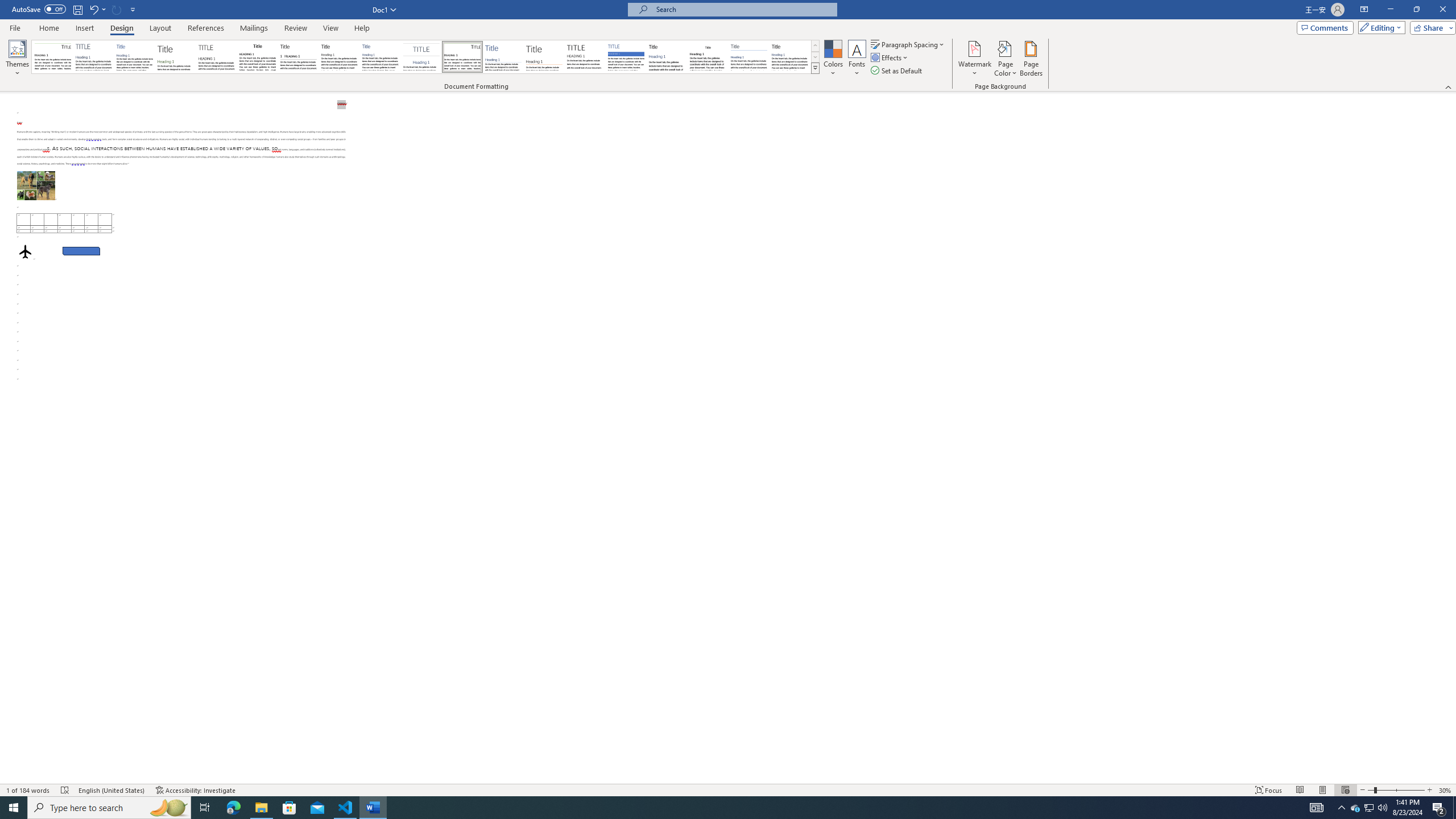  Describe the element at coordinates (856, 59) in the screenshot. I see `'Fonts'` at that location.